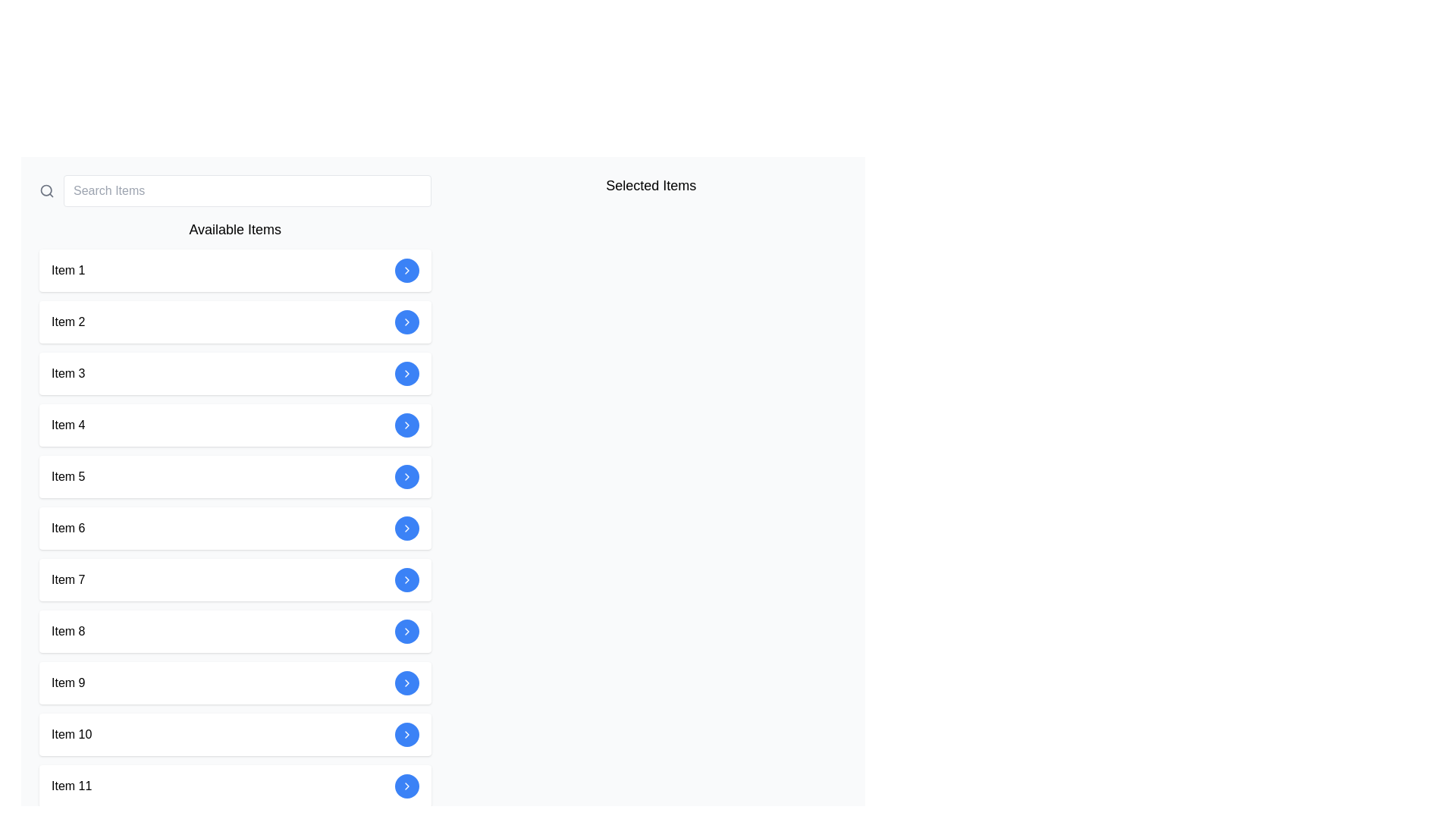 This screenshot has width=1456, height=819. Describe the element at coordinates (406, 321) in the screenshot. I see `the button associated with 'Item 2' located on the right side within the 'Available Items' section` at that location.